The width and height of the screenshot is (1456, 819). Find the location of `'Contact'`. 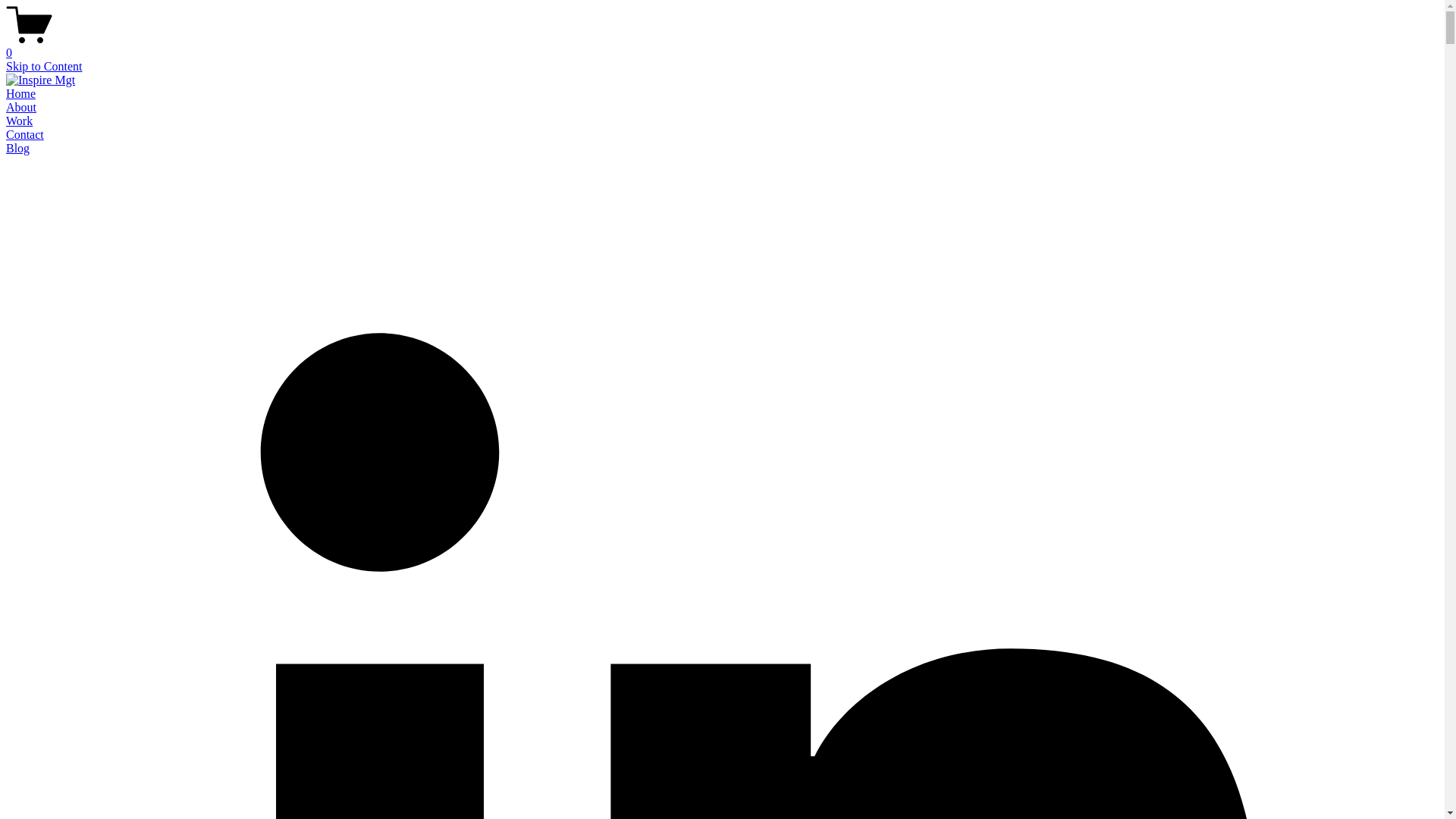

'Contact' is located at coordinates (25, 133).